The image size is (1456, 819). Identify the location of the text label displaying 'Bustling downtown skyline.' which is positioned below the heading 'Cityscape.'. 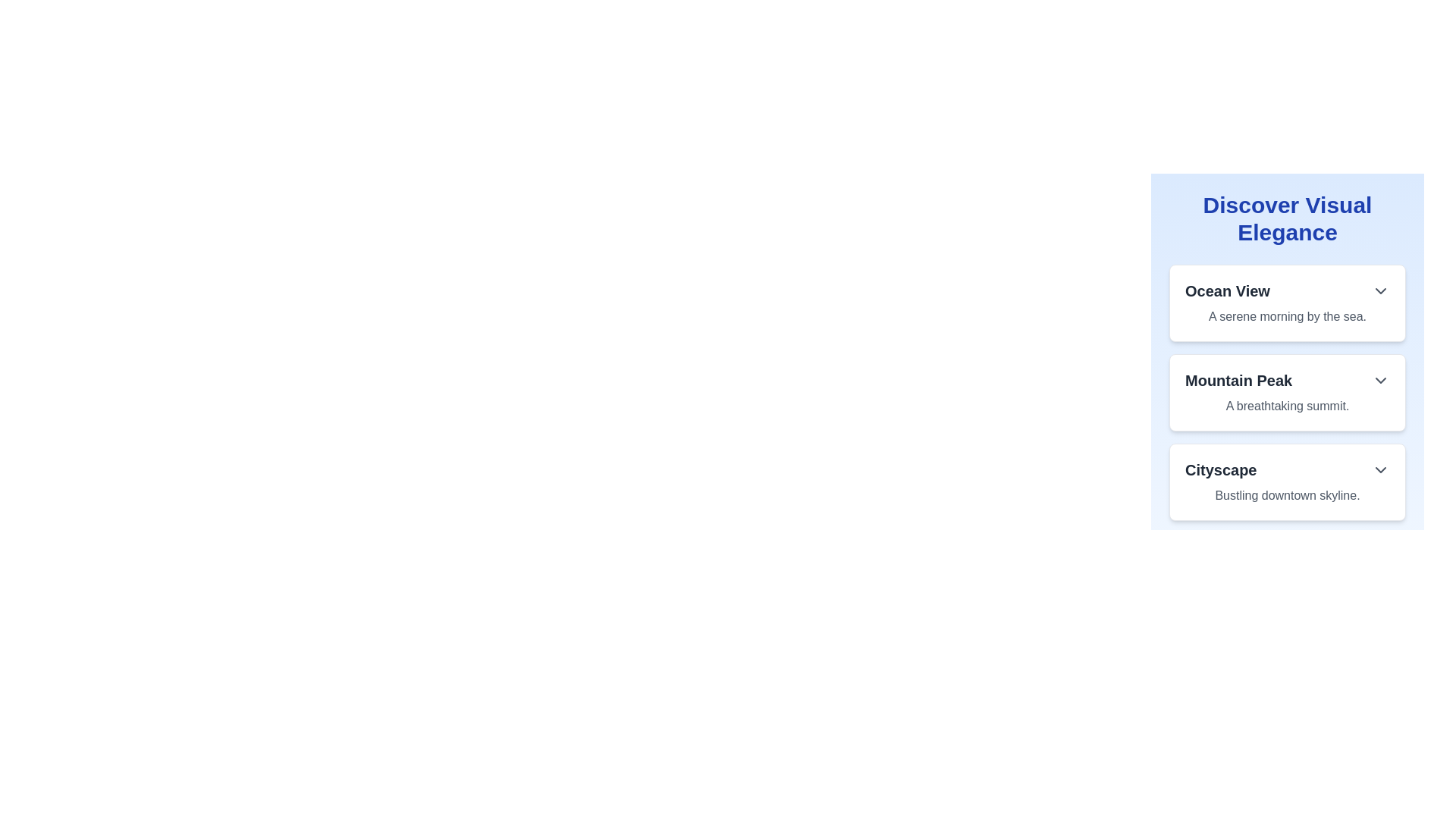
(1287, 496).